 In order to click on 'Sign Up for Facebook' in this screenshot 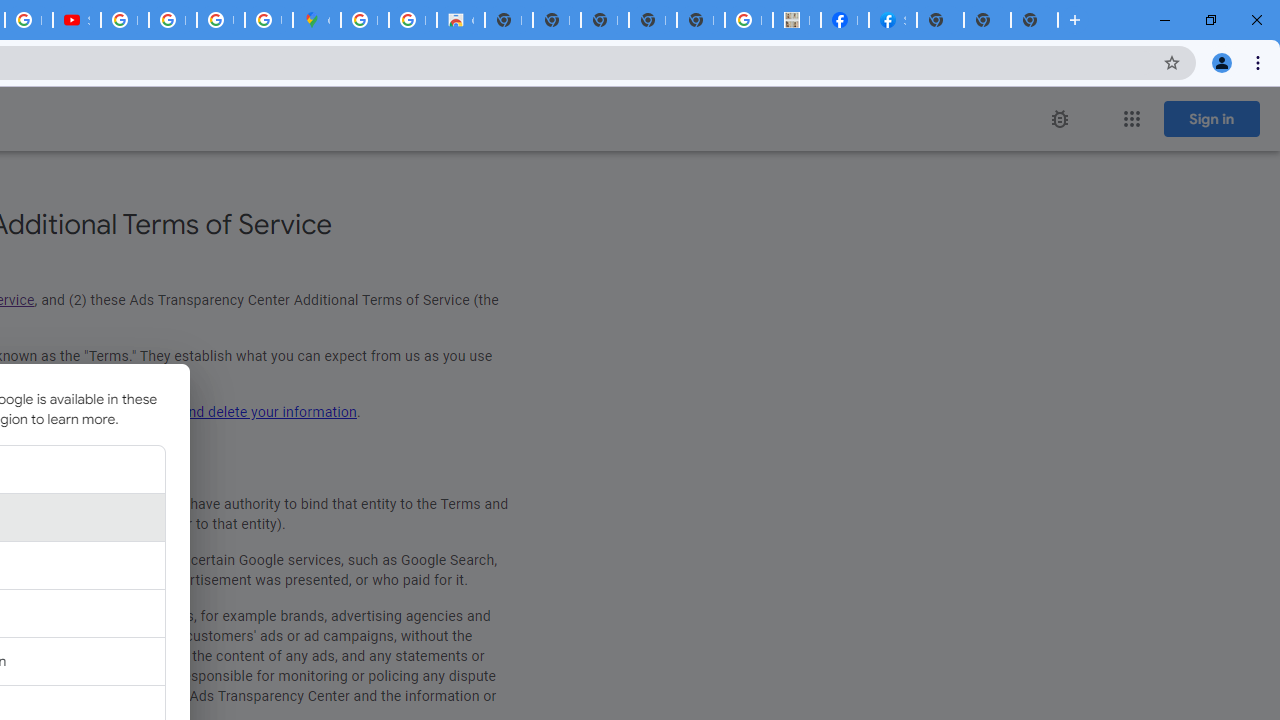, I will do `click(891, 20)`.